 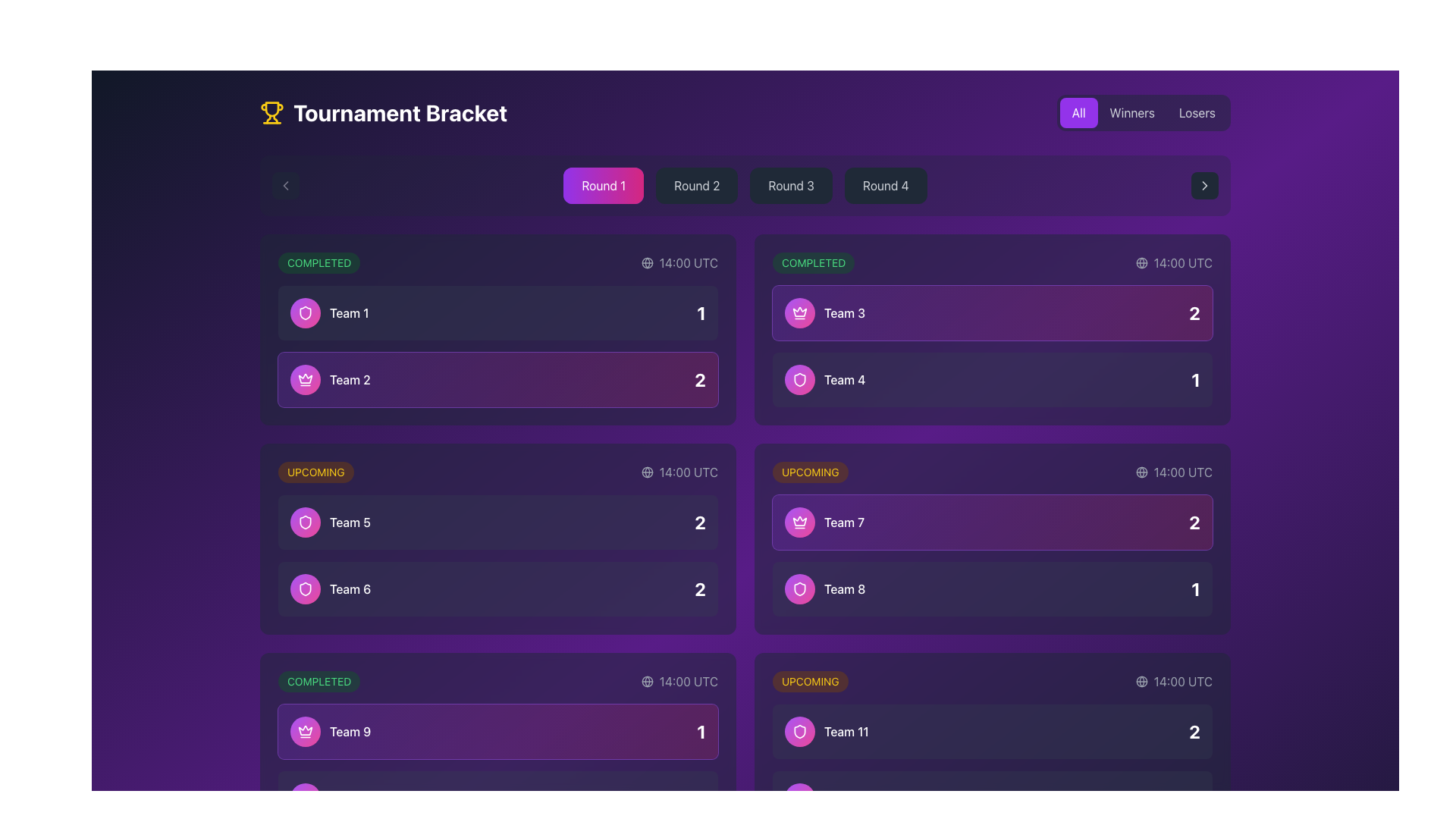 What do you see at coordinates (647, 262) in the screenshot?
I see `the gray circle within the SVG globe icon located in the top-left corner of the card element containing '14:00 UTC', next to the scorecard for 'Team 1' and 'Team 2'` at bounding box center [647, 262].